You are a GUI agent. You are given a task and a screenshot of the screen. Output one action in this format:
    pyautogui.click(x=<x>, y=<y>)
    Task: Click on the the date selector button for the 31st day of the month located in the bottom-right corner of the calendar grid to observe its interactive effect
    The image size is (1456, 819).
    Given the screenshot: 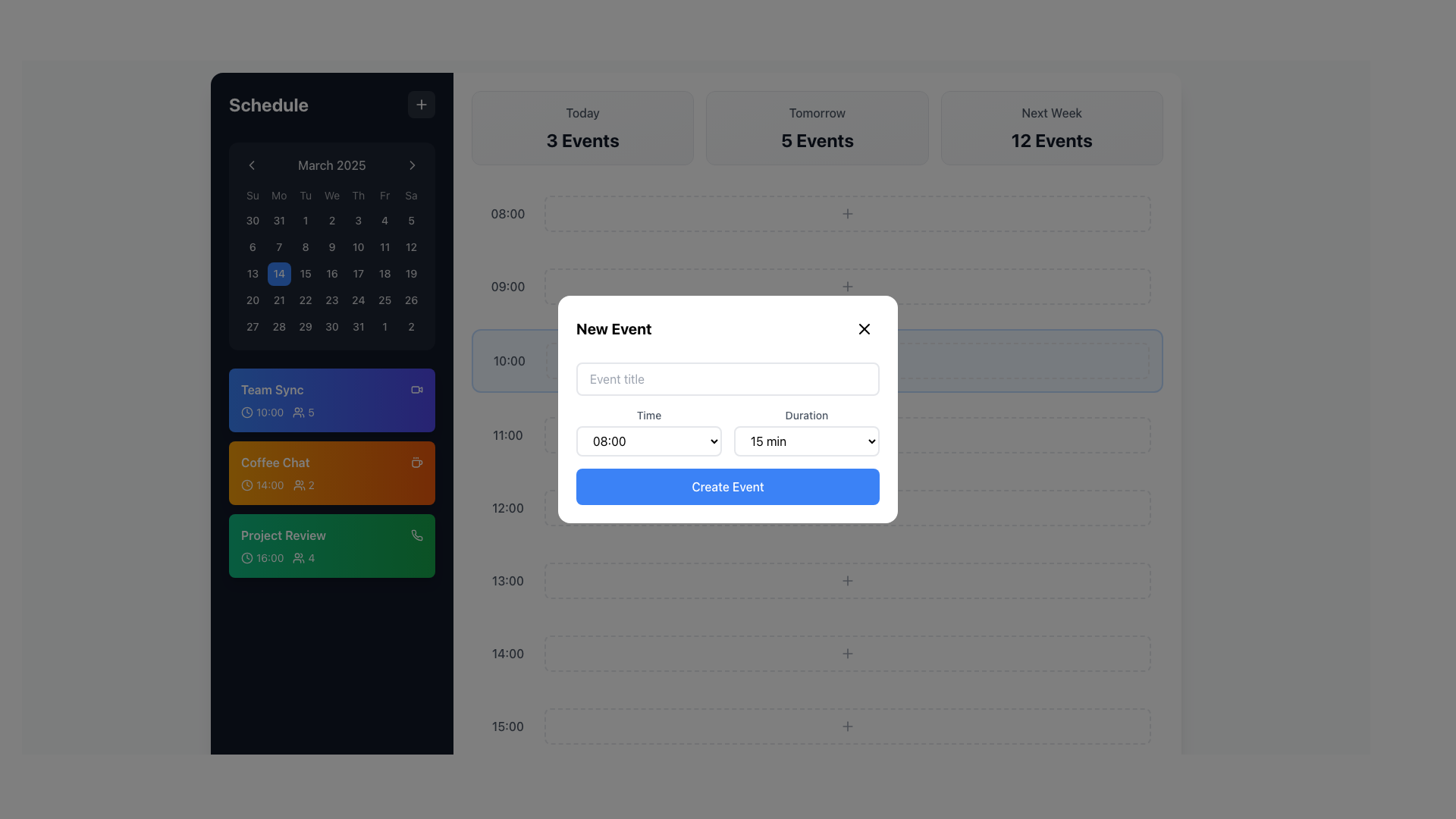 What is the action you would take?
    pyautogui.click(x=357, y=325)
    